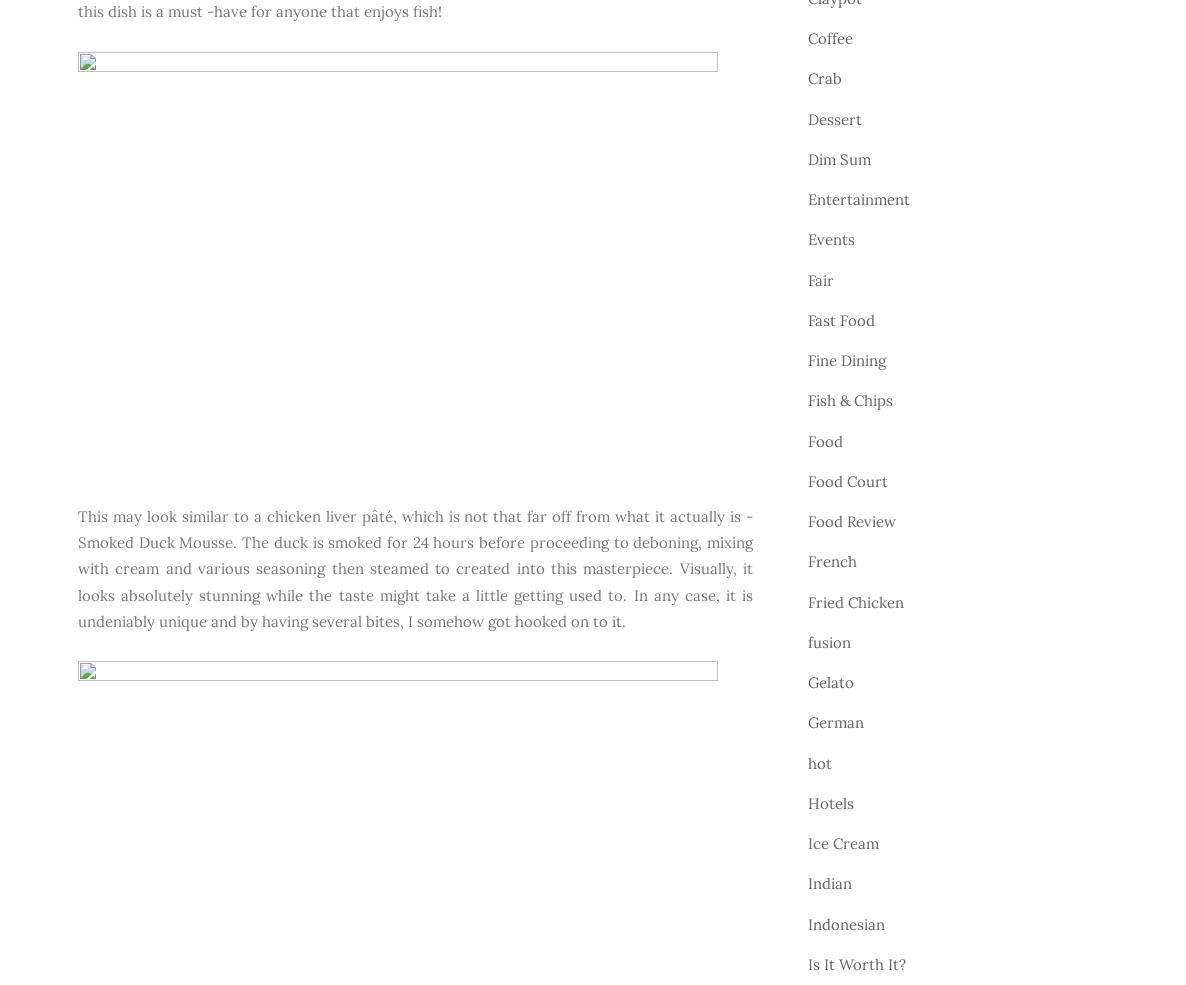 The height and width of the screenshot is (985, 1186). I want to click on 'Food Court', so click(846, 479).